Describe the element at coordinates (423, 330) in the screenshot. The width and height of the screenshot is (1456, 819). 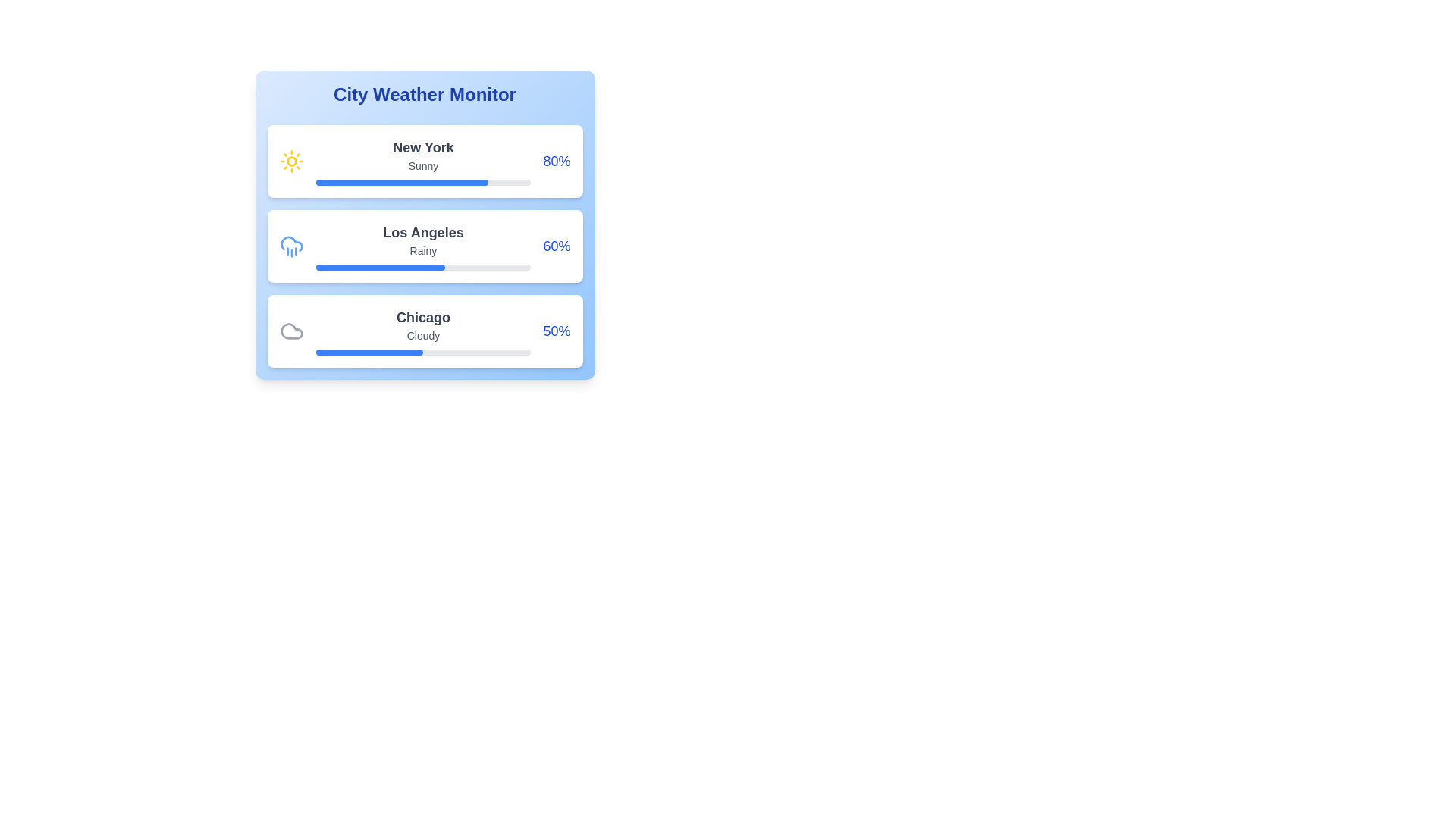
I see `the Weather summary component for Chicago, which displays 'Cloudy' text and a blue progress bar indicating 50%` at that location.